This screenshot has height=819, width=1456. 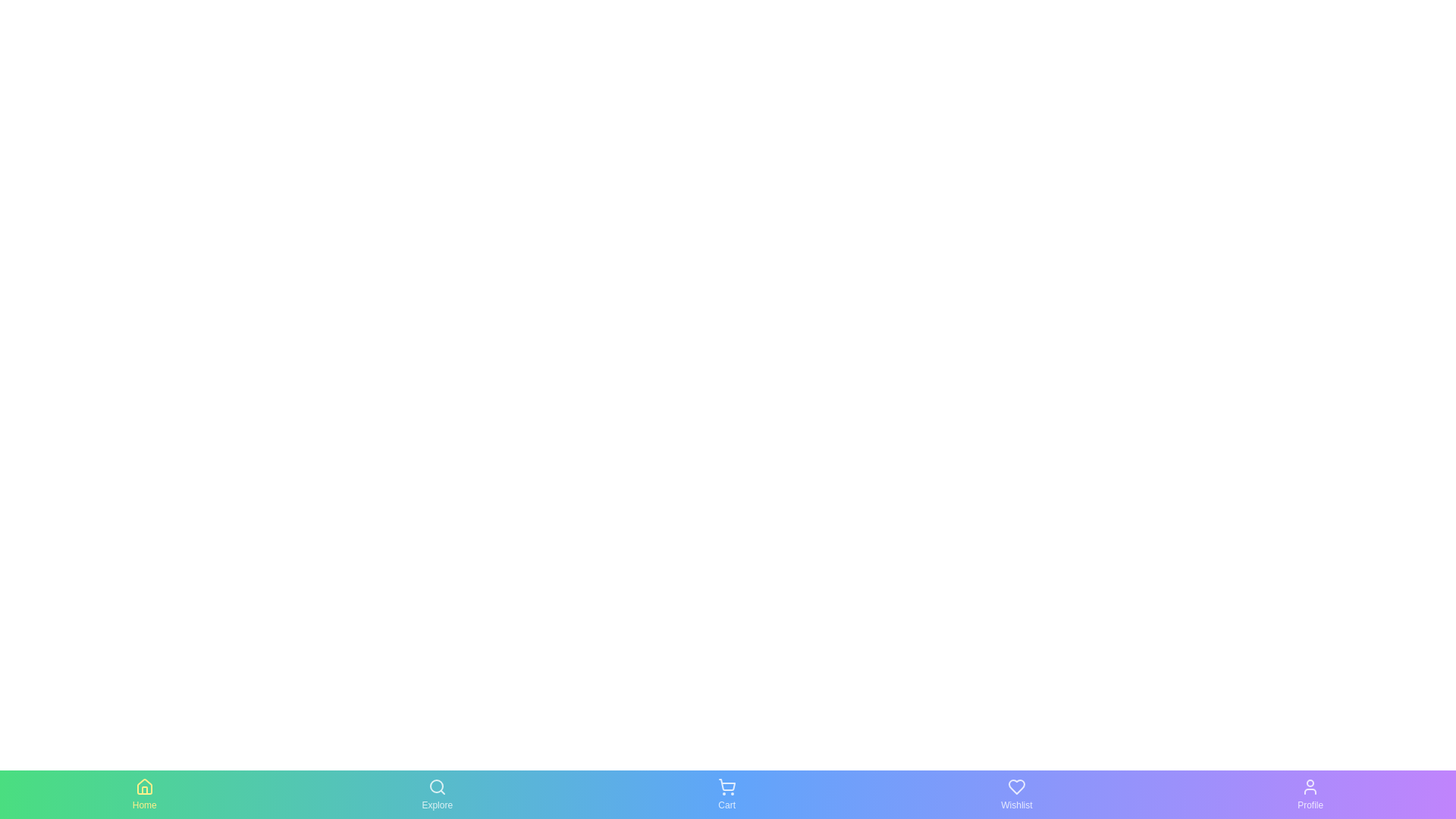 I want to click on the Cart text label to activate the corresponding tab, so click(x=726, y=804).